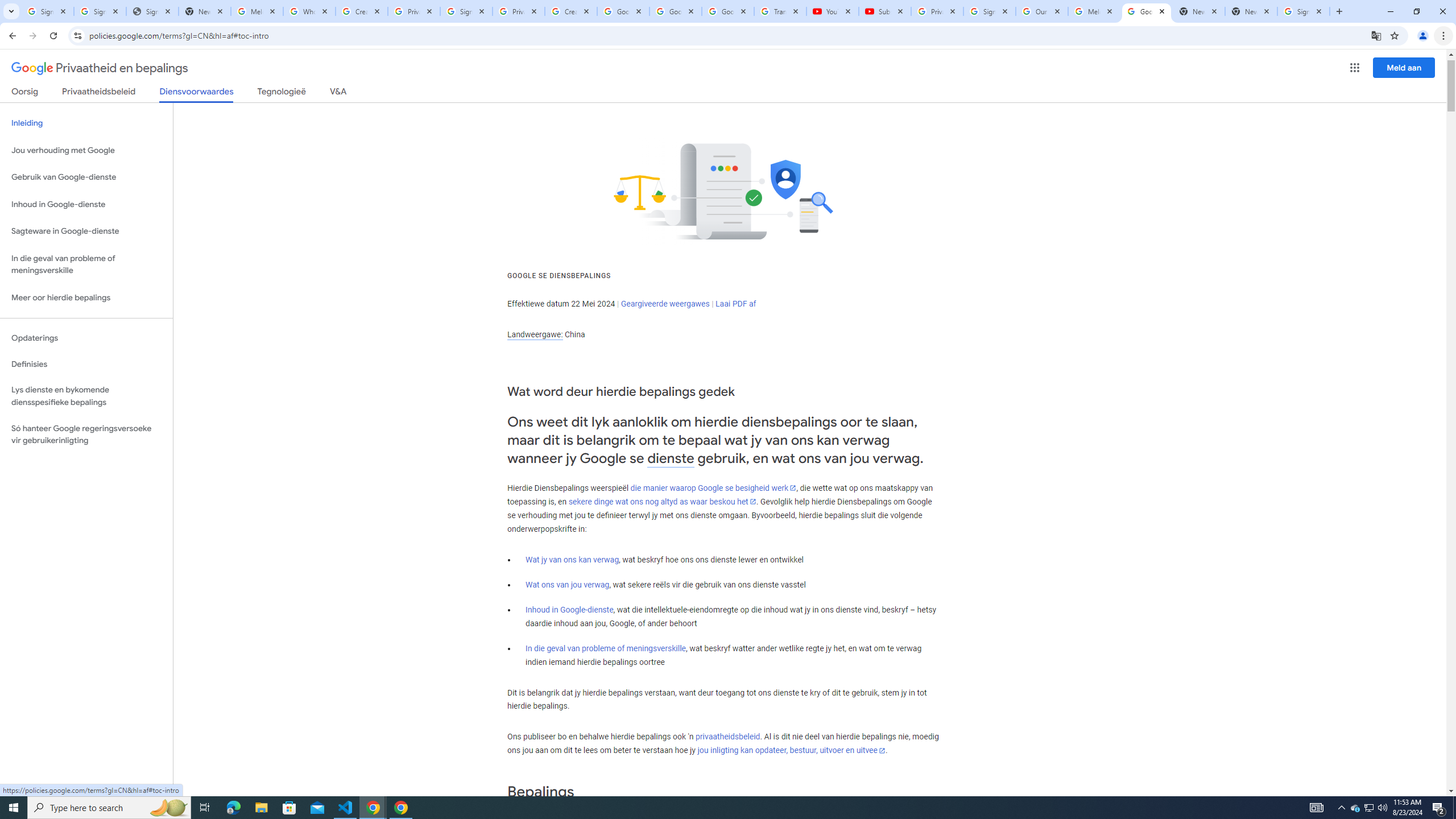 Image resolution: width=1456 pixels, height=819 pixels. I want to click on 'Wat jy van ons kan verwag', so click(572, 560).